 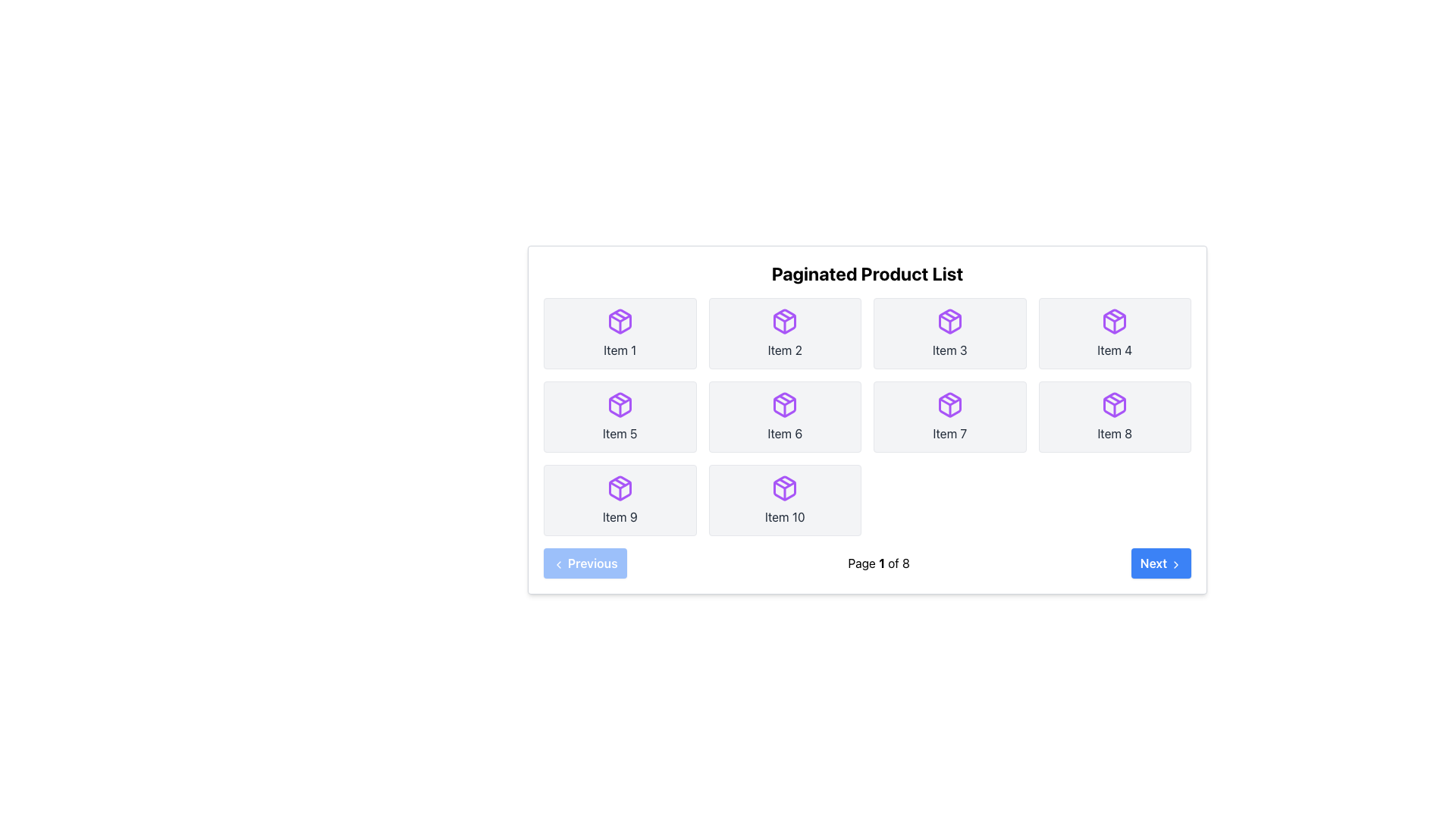 I want to click on the purple box icon in the third row, leftmost column of the paginated product list, so click(x=620, y=488).